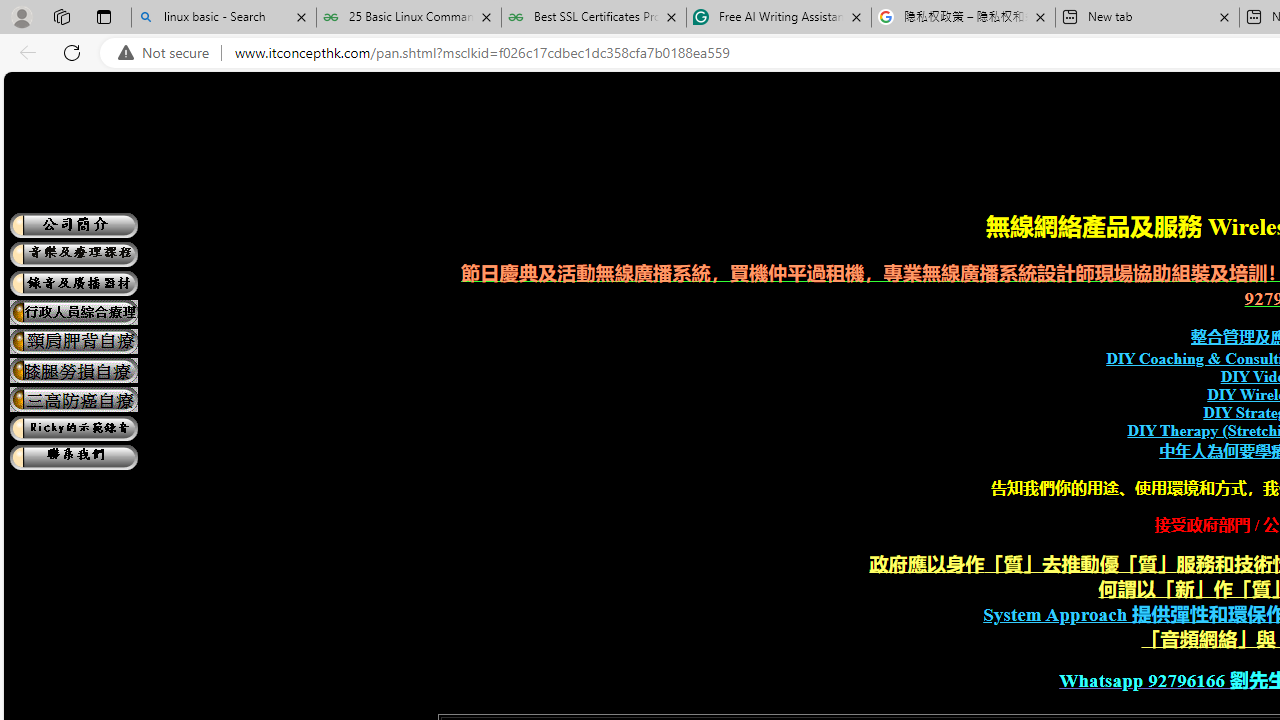  I want to click on 'Best SSL Certificates Provider in India - GeeksforGeeks', so click(592, 17).